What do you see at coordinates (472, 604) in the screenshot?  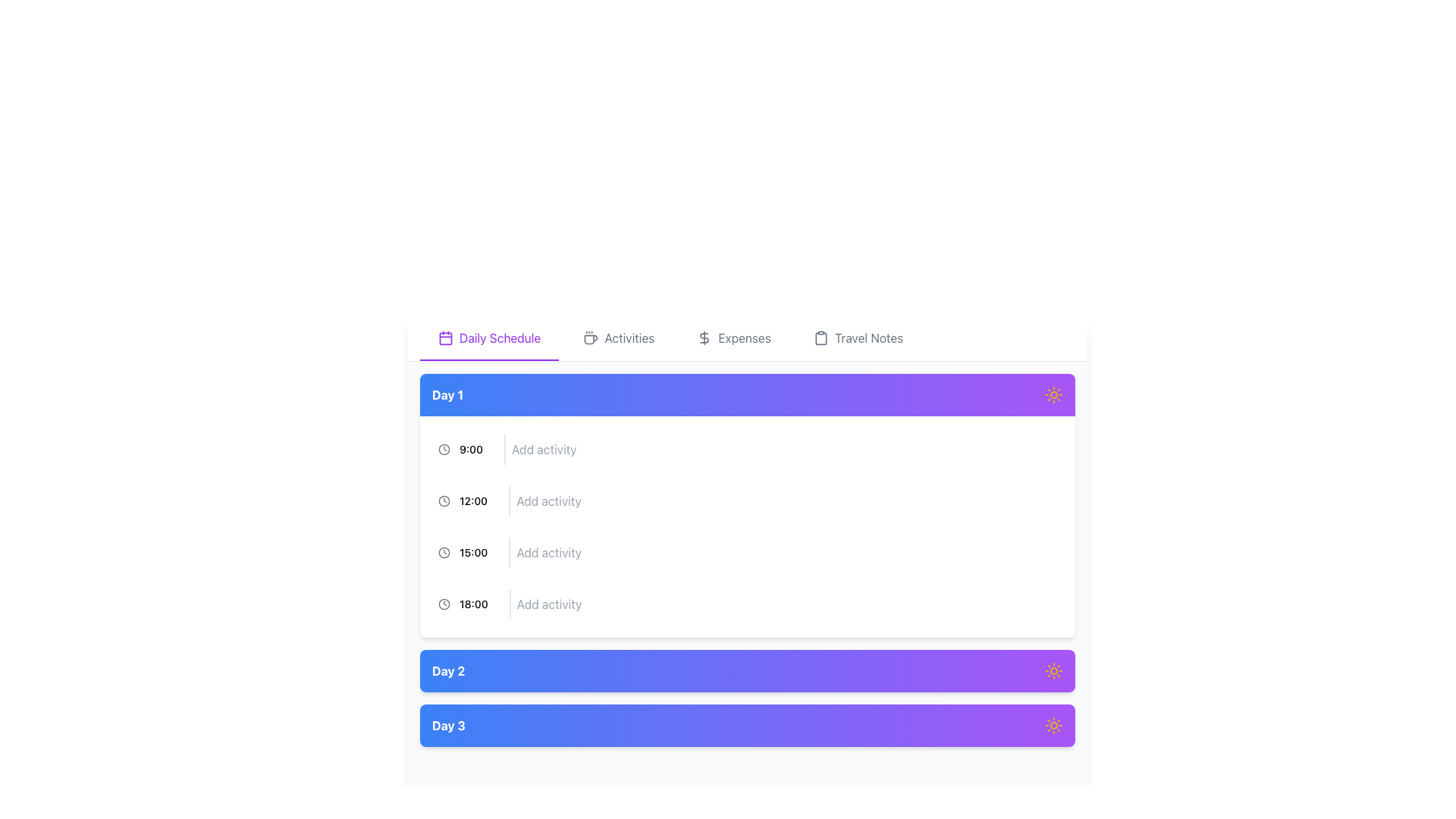 I see `the text label indicating the time of 18:00 (6:00 PM) in the fourth list item of the Day 1 schedule, which is positioned next to the clock icon` at bounding box center [472, 604].